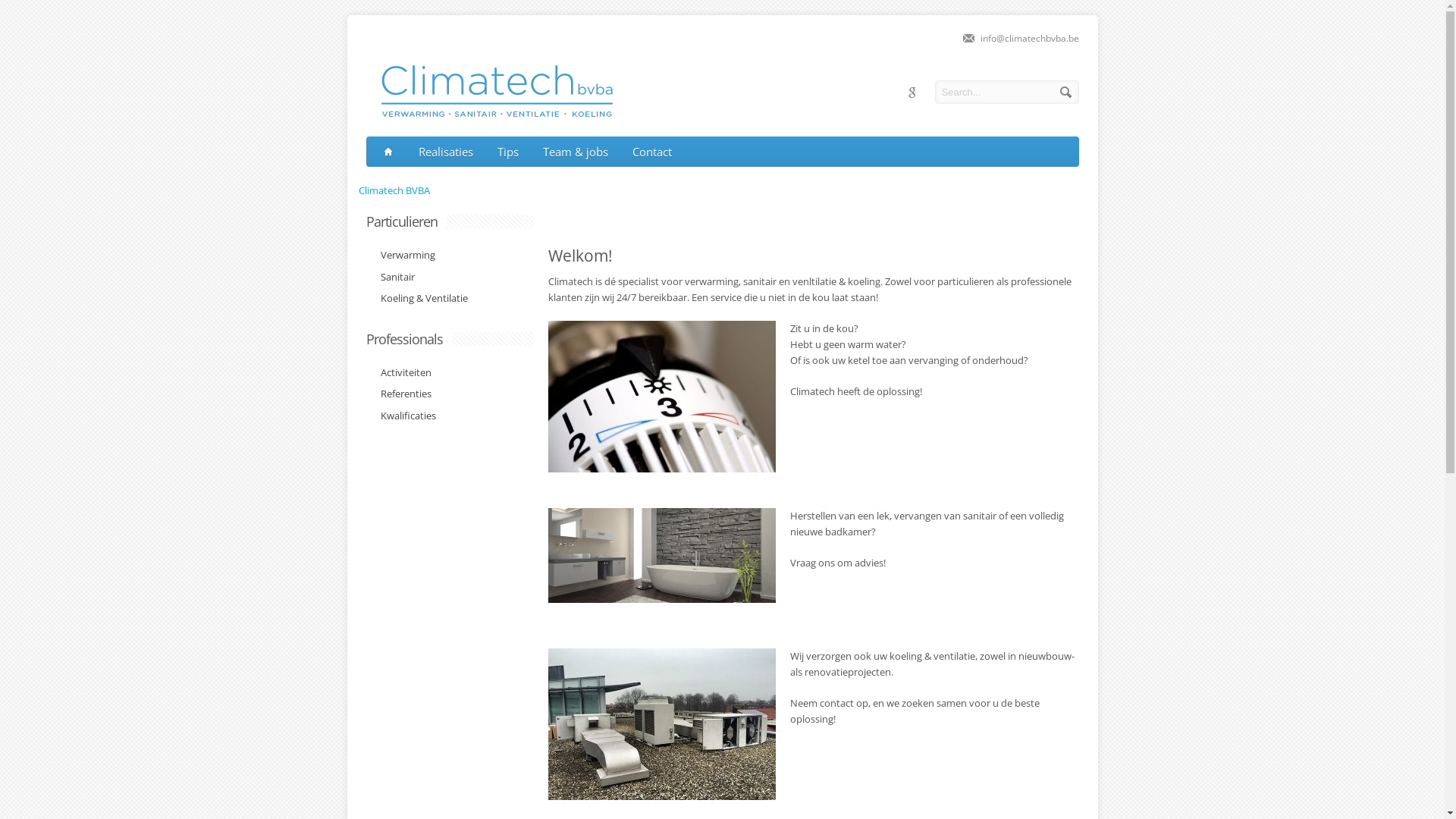 This screenshot has width=1456, height=819. I want to click on 'Koeling & Ventilatie', so click(419, 298).